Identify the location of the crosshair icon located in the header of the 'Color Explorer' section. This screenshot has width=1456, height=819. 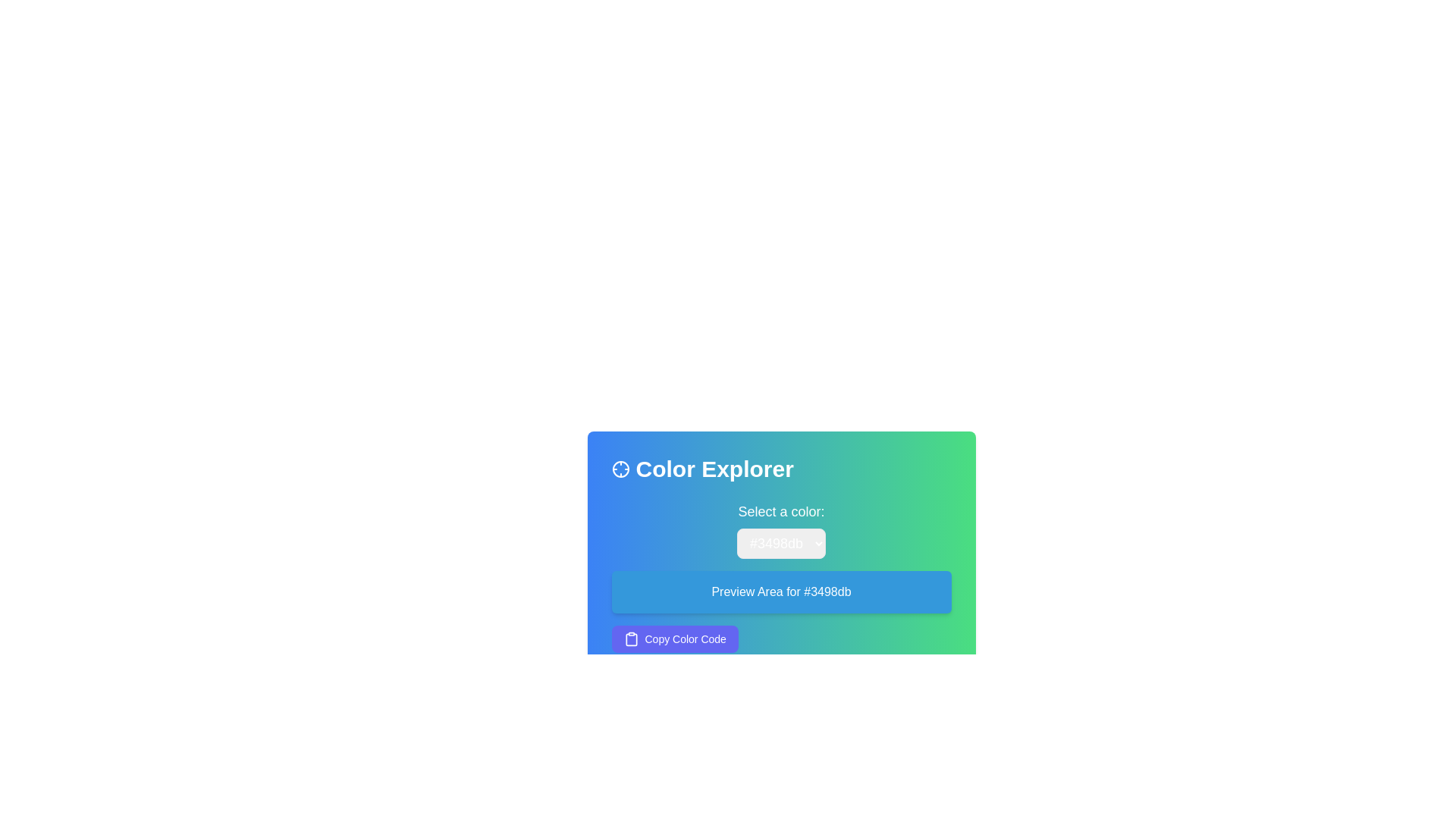
(620, 468).